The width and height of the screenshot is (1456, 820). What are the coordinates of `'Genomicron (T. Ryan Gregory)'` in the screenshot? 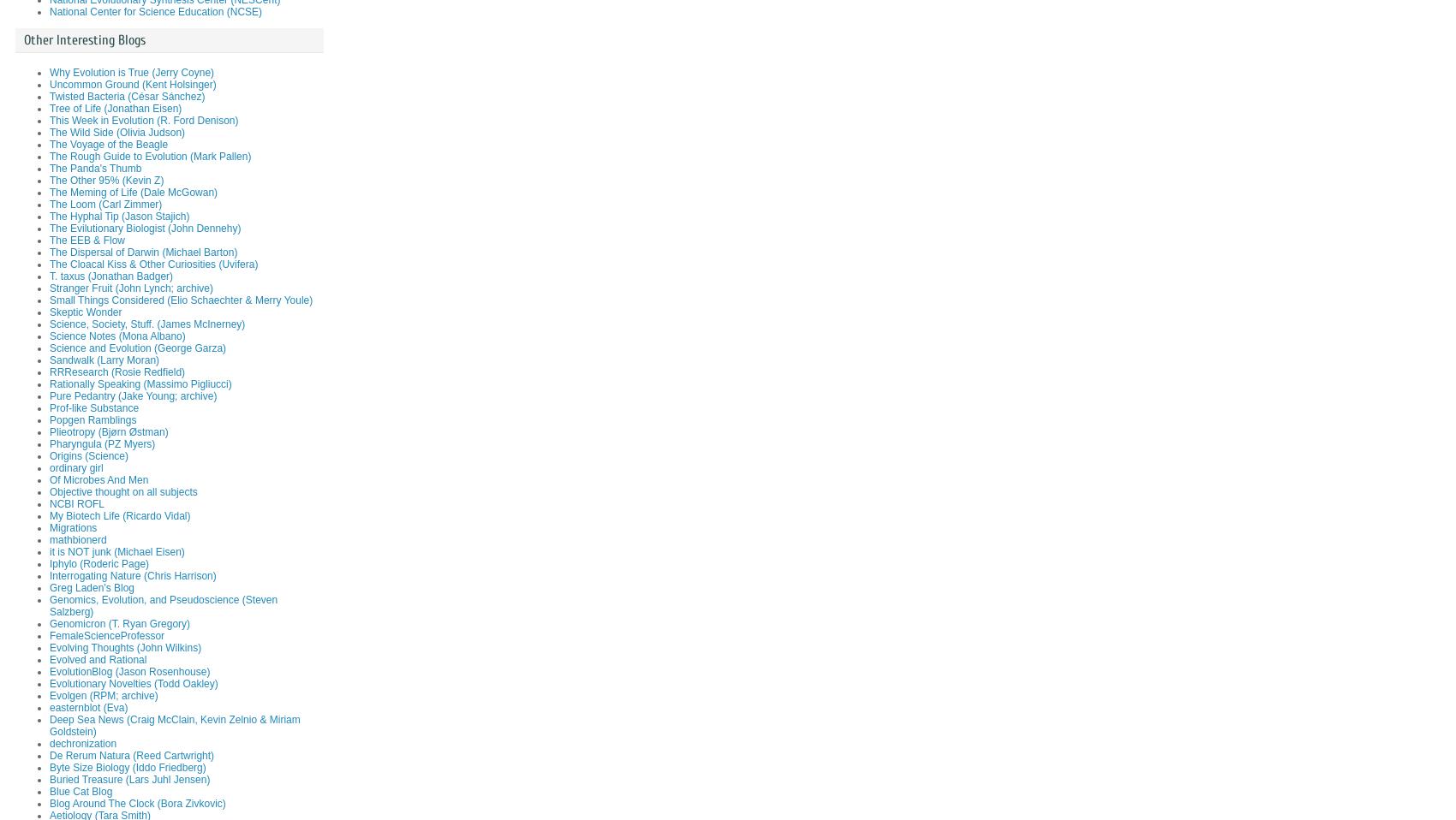 It's located at (119, 624).